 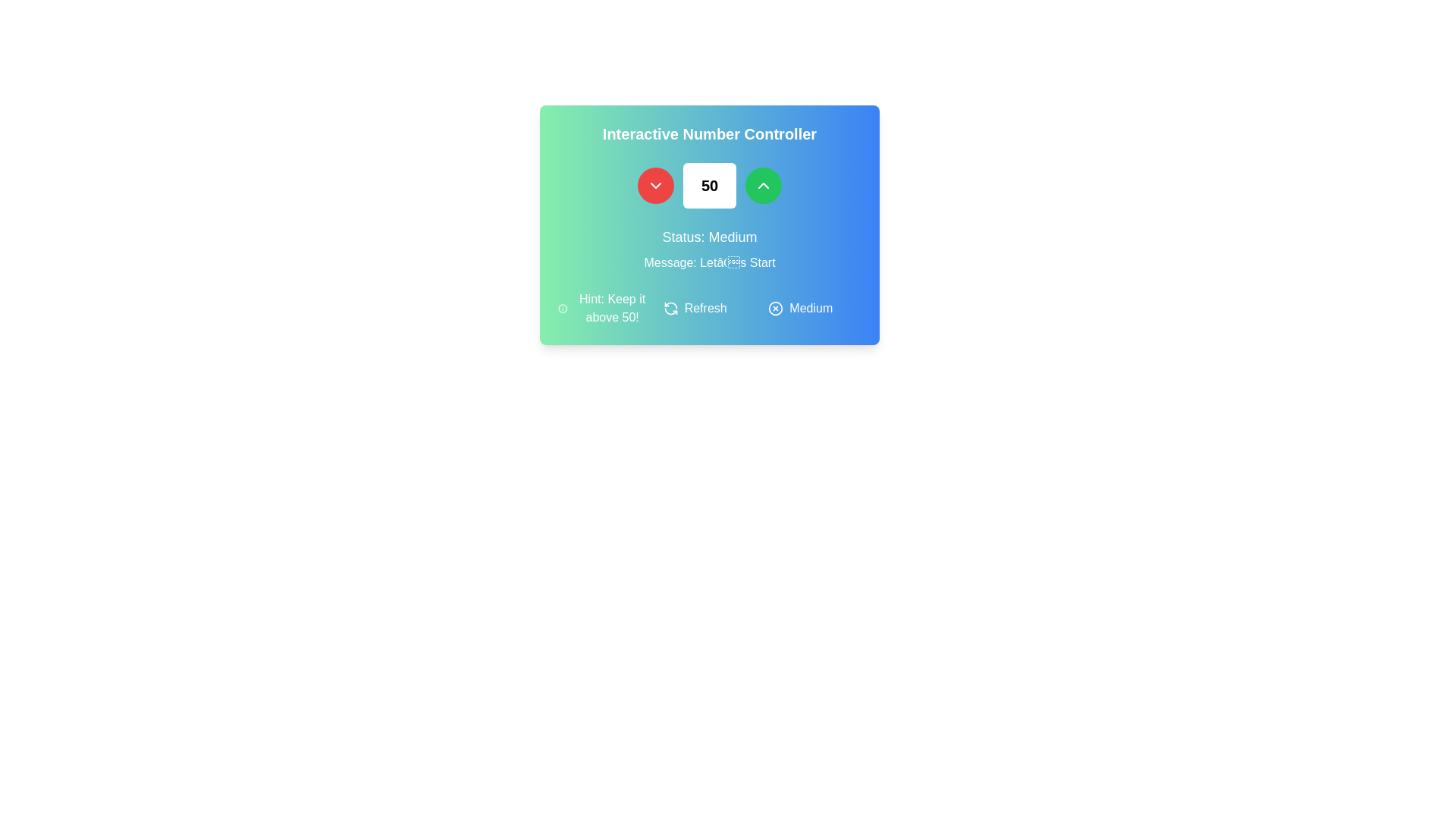 What do you see at coordinates (709, 248) in the screenshot?
I see `the static text display showing 'Status: Medium' and 'Message: Let’s Start' within the 'Interactive Number Controller' card` at bounding box center [709, 248].